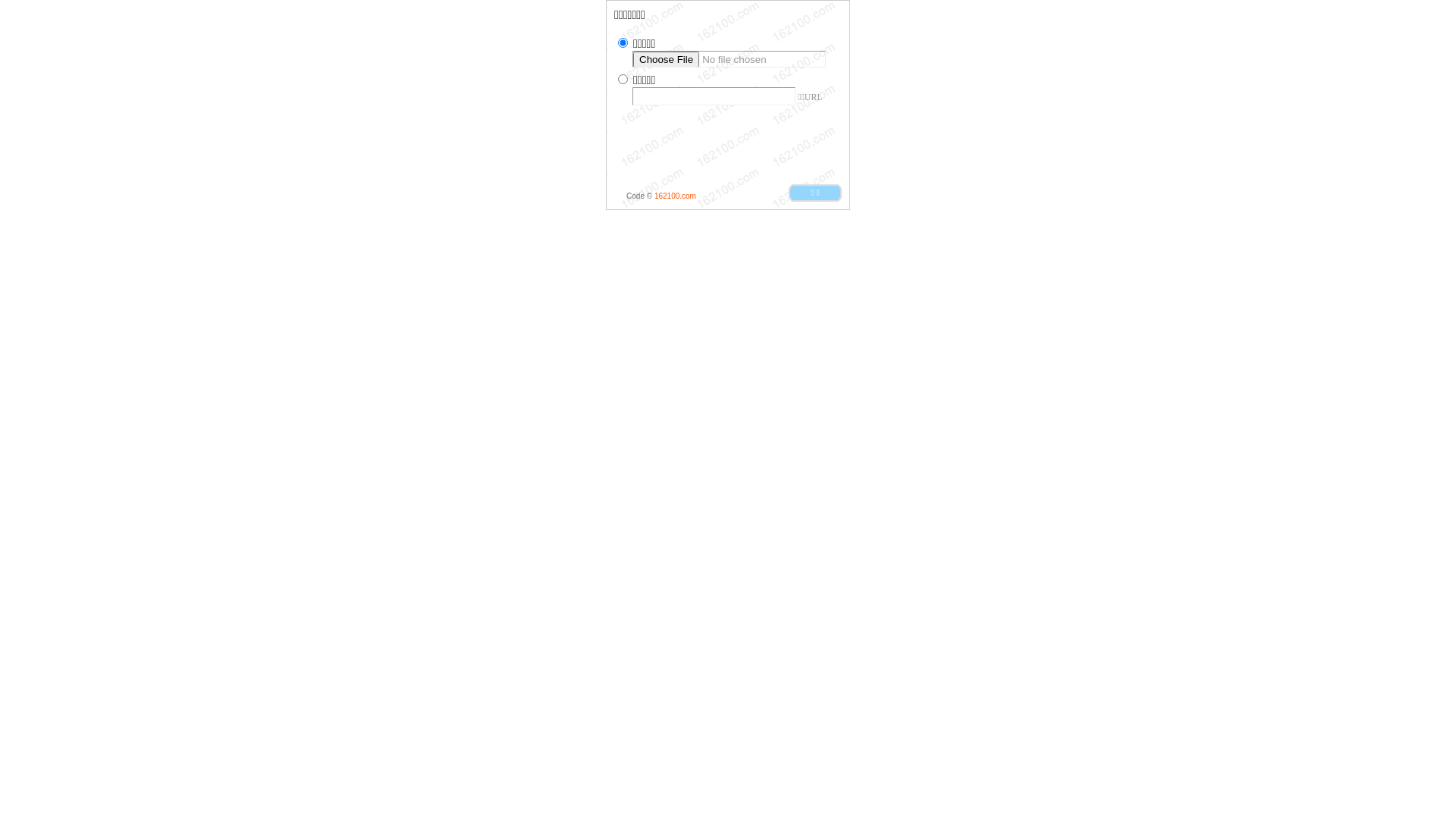 This screenshot has height=819, width=1456. What do you see at coordinates (674, 195) in the screenshot?
I see `'162100.com'` at bounding box center [674, 195].